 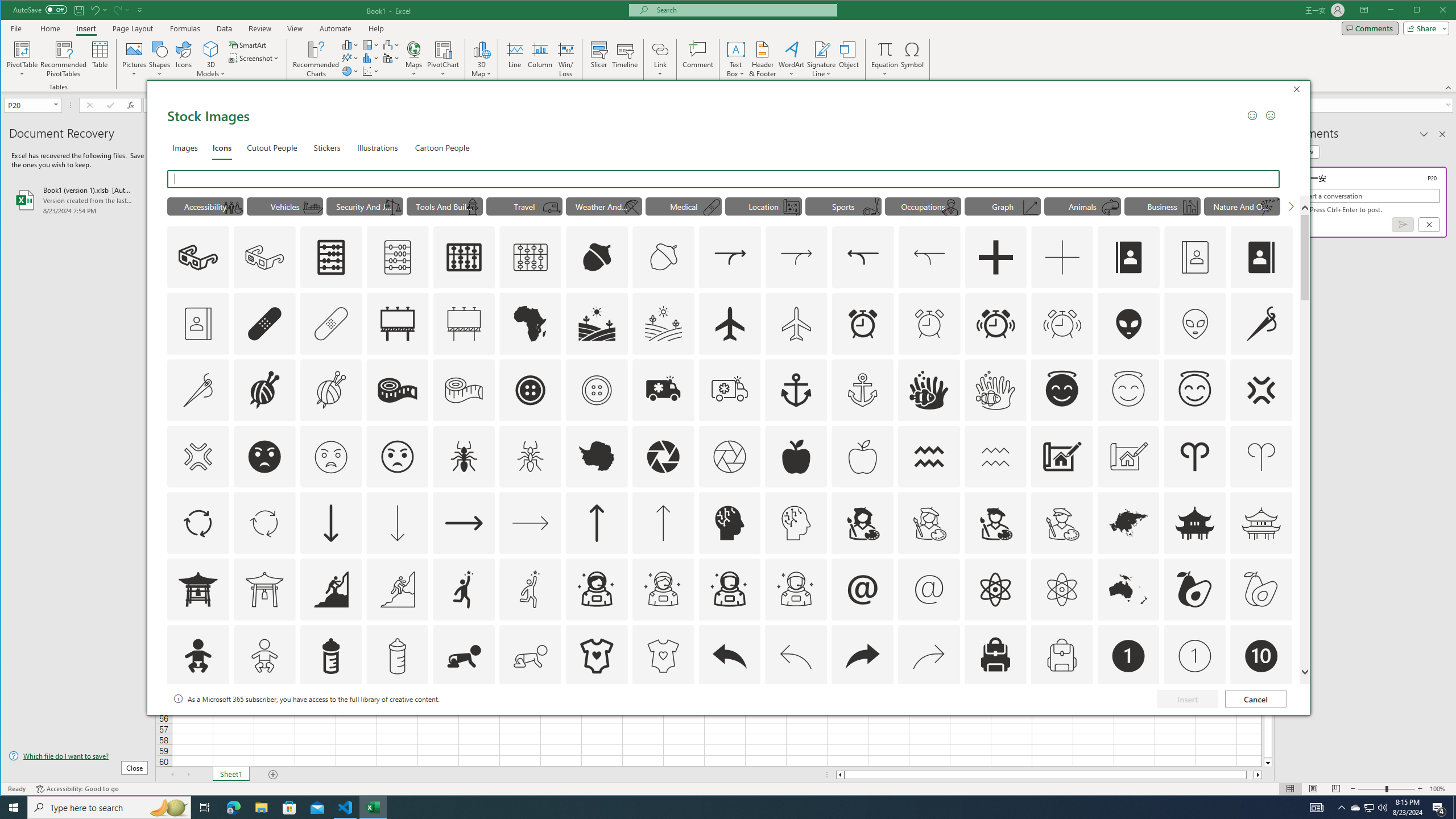 What do you see at coordinates (1128, 722) in the screenshot?
I see `'AutomationID: Icons_Badge8_M'` at bounding box center [1128, 722].